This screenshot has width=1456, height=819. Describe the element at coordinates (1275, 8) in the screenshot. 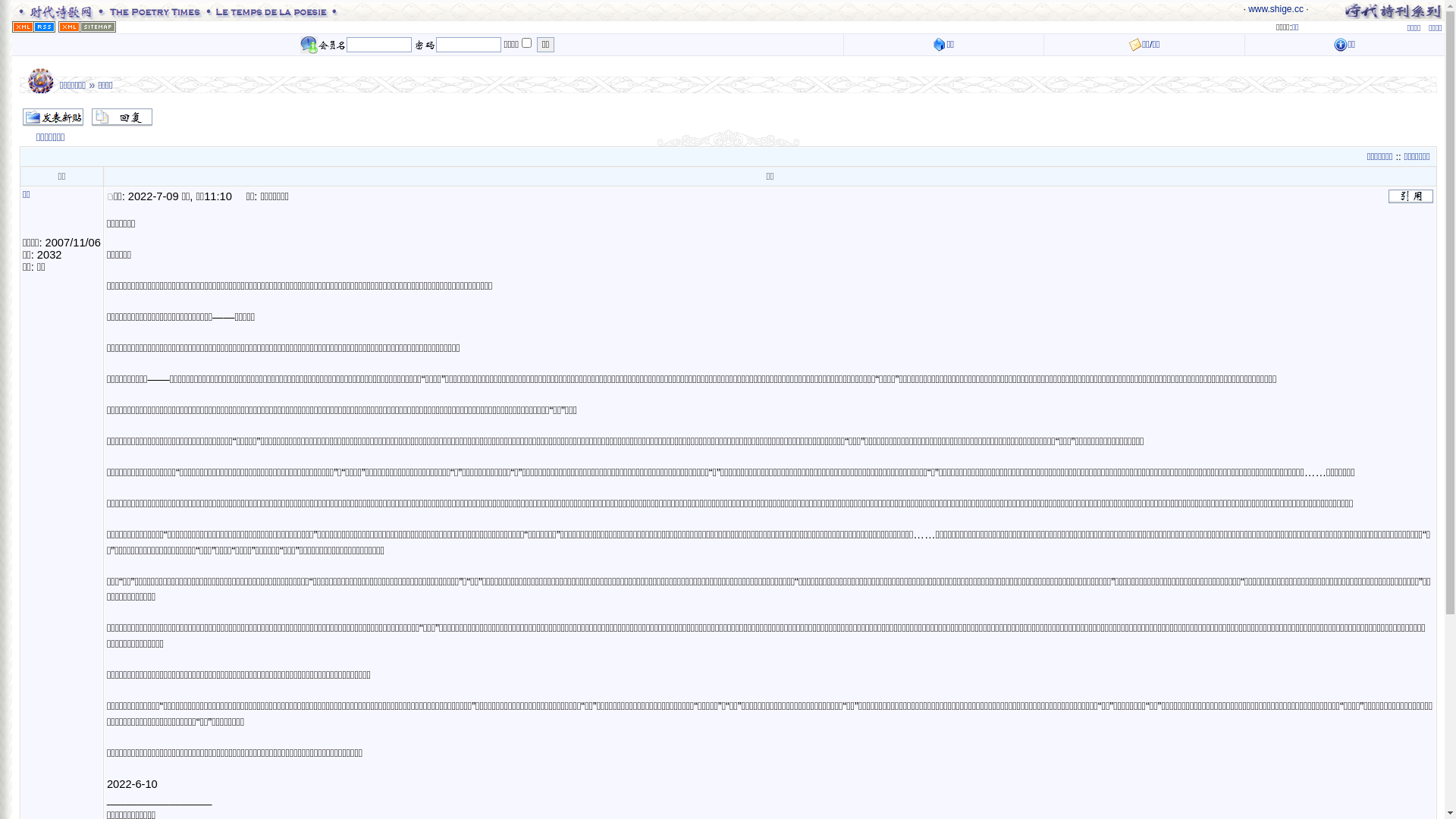

I see `'www.shige.cc'` at that location.